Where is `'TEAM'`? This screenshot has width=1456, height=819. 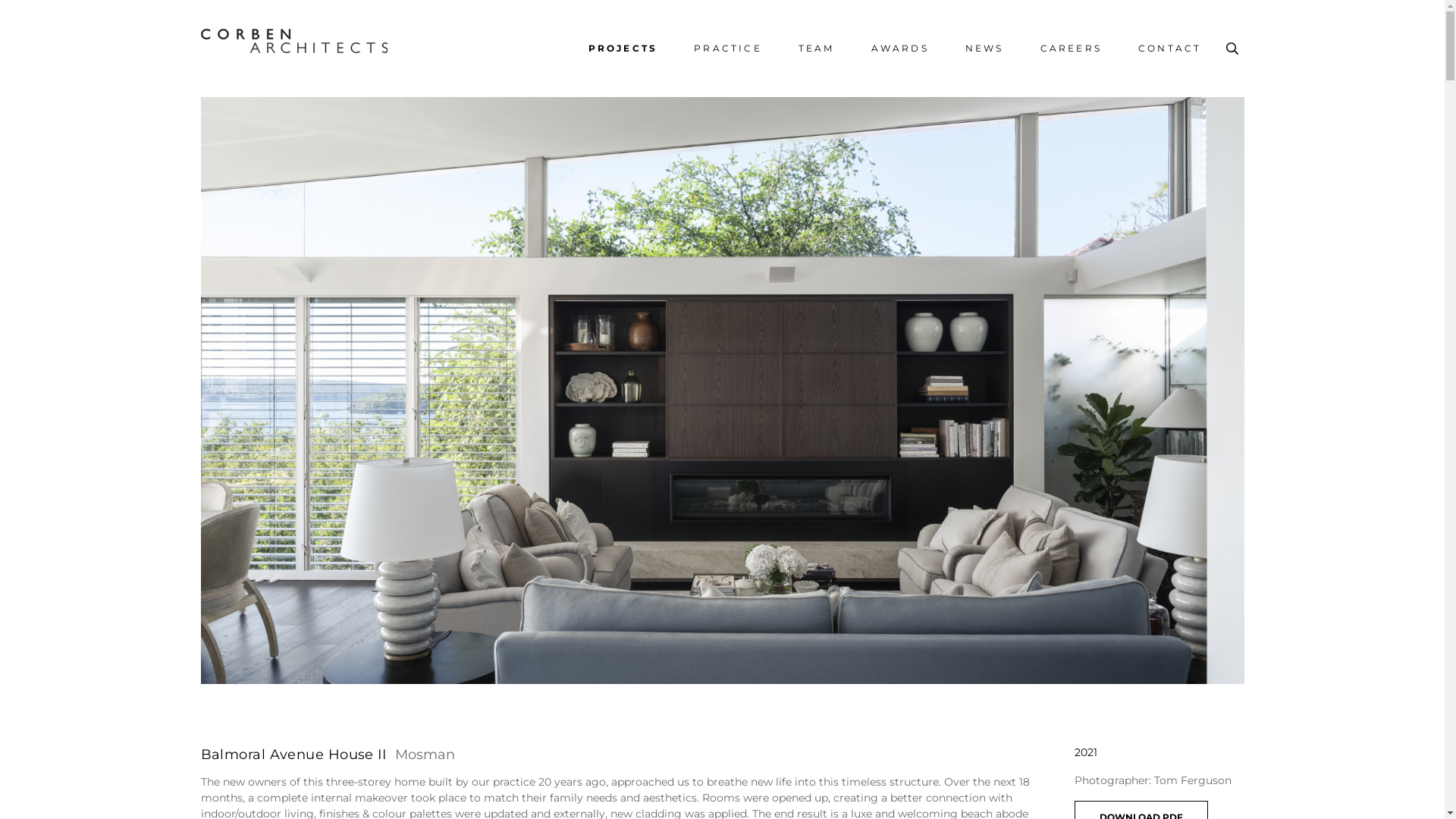 'TEAM' is located at coordinates (815, 48).